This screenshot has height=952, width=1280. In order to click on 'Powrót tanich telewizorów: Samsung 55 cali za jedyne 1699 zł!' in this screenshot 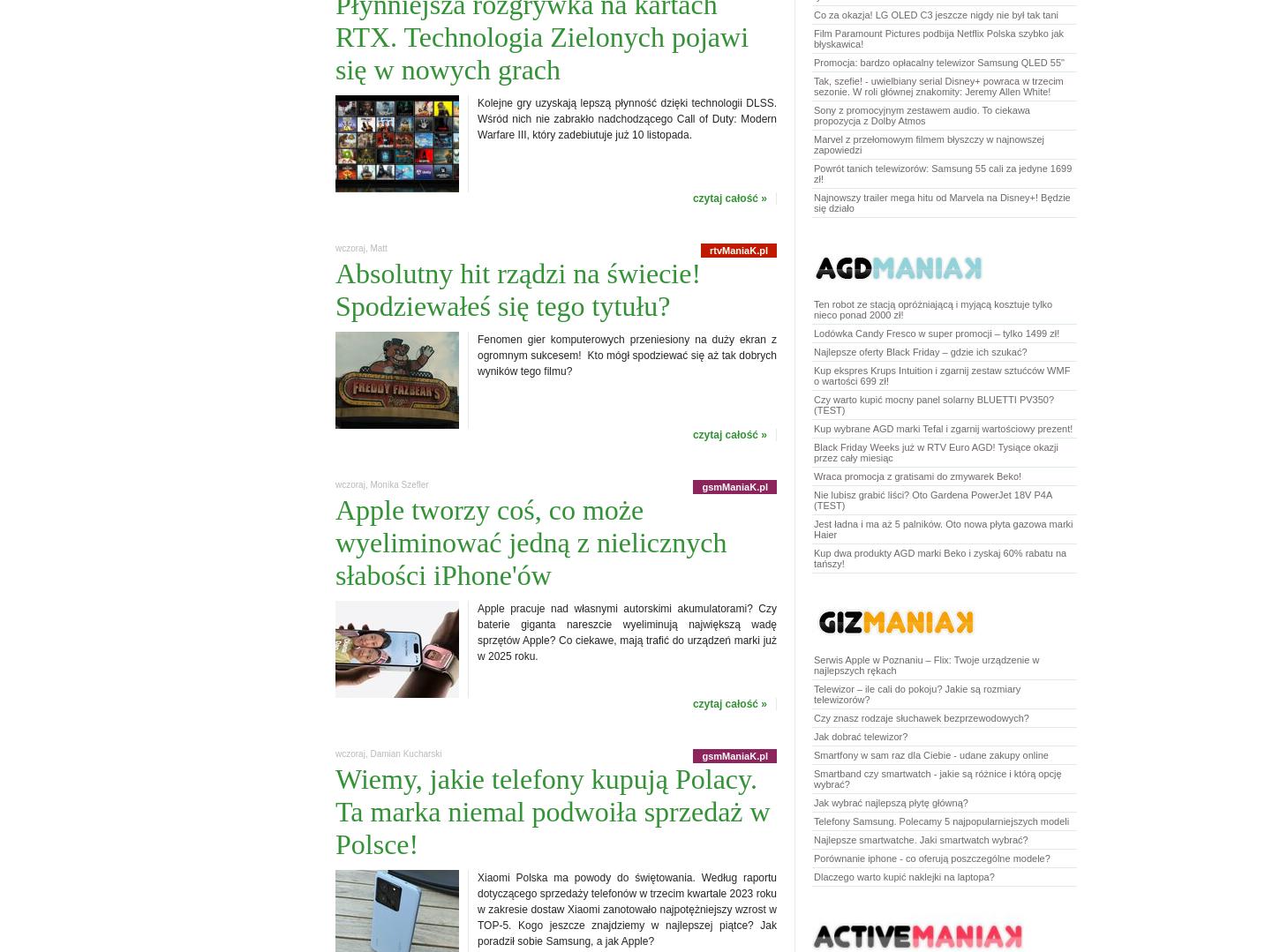, I will do `click(813, 174)`.